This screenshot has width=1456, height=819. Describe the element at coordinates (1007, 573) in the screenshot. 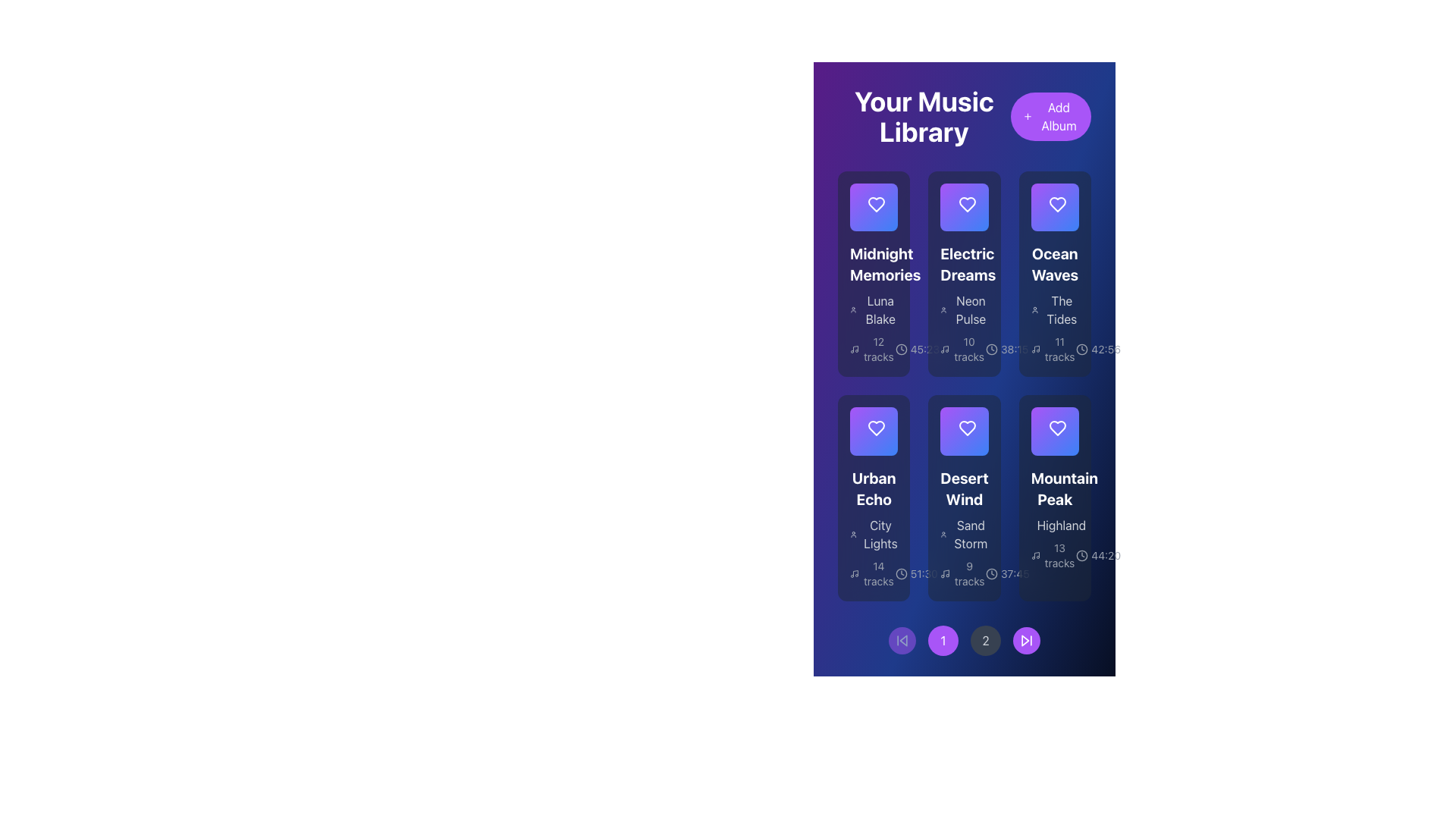

I see `the informational text and icon combination displaying the total duration of tracks` at that location.